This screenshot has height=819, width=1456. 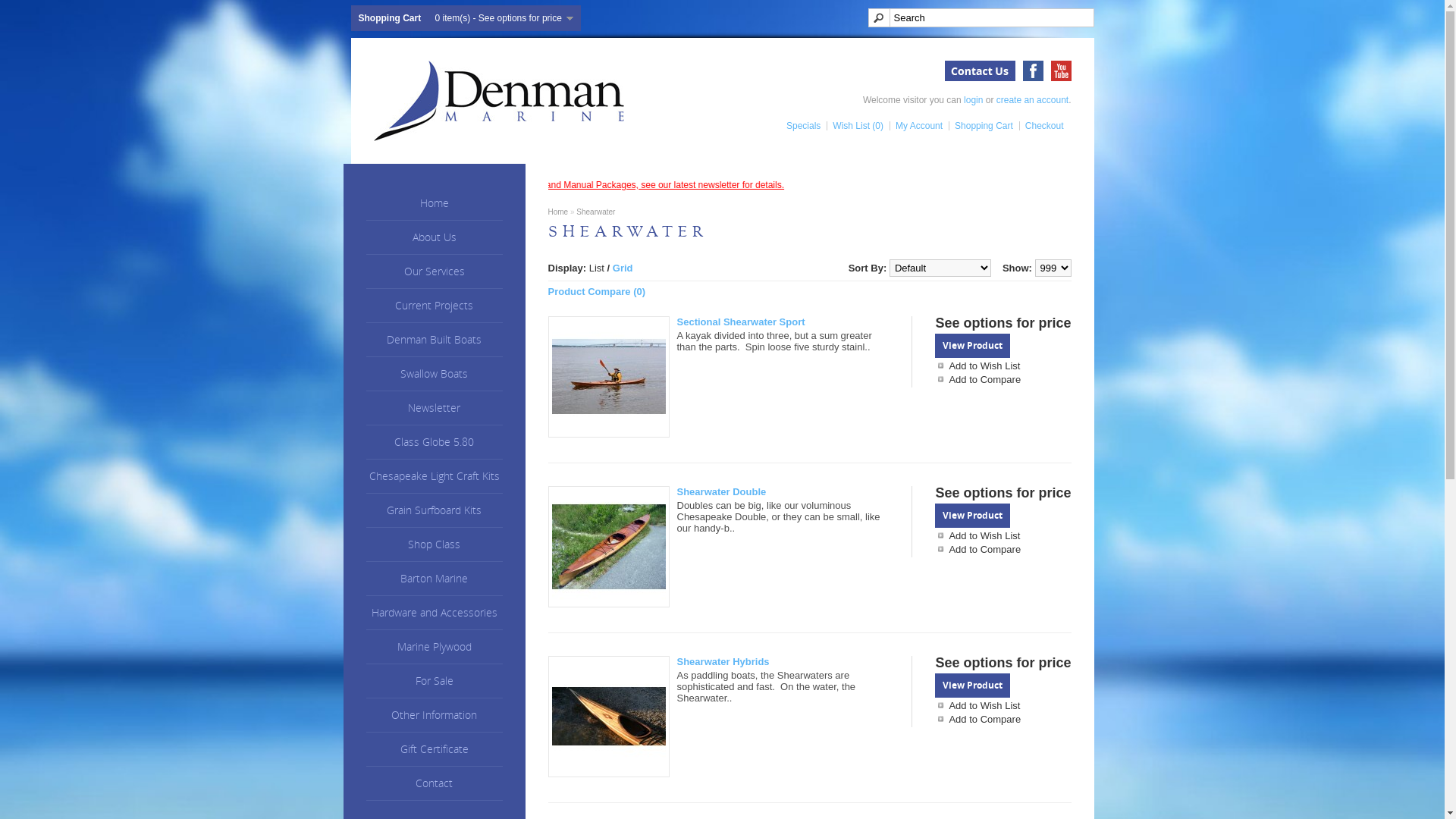 I want to click on 'Denman Built Boats', so click(x=432, y=339).